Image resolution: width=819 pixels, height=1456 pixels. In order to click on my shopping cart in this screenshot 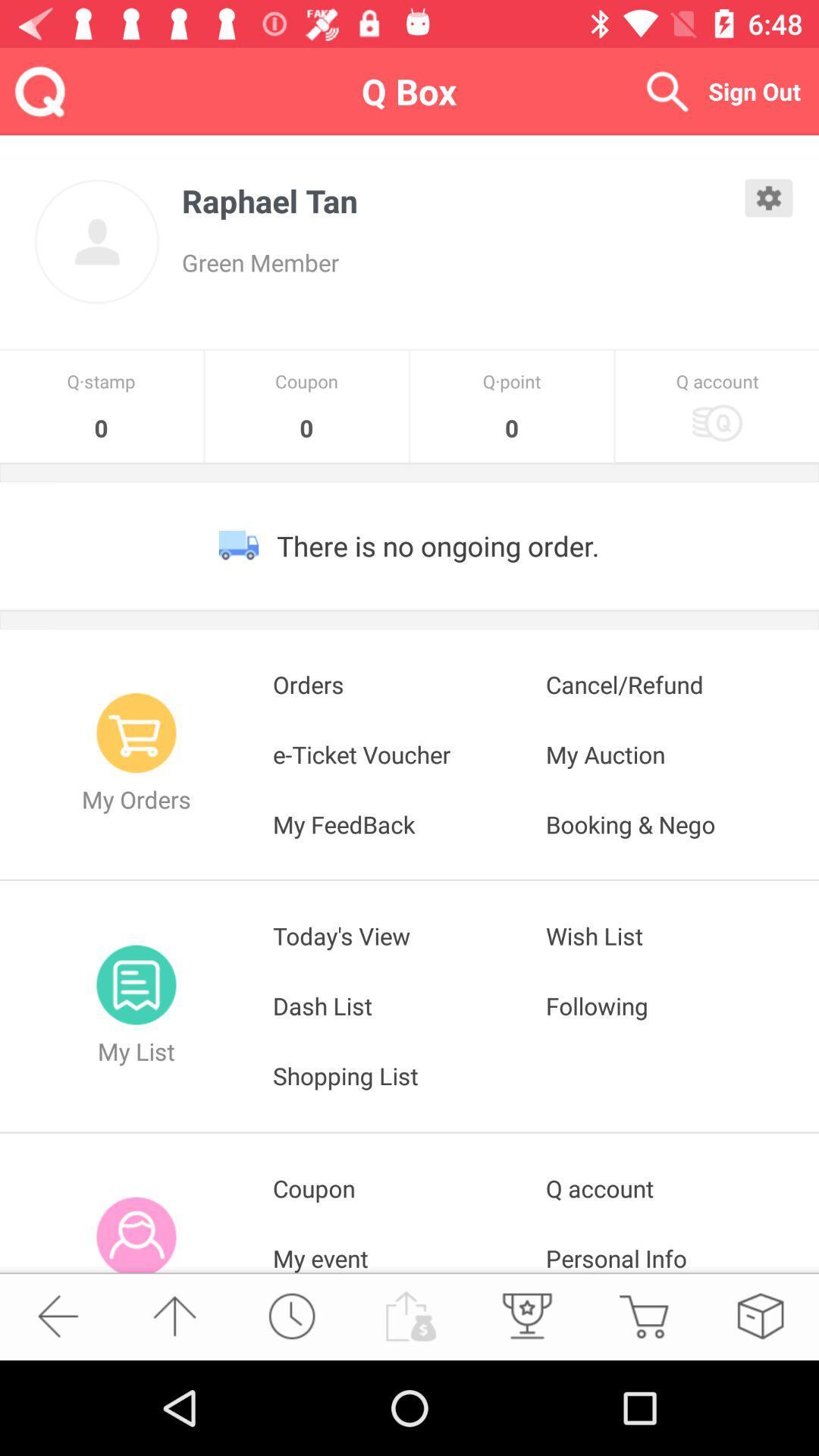, I will do `click(643, 1315)`.